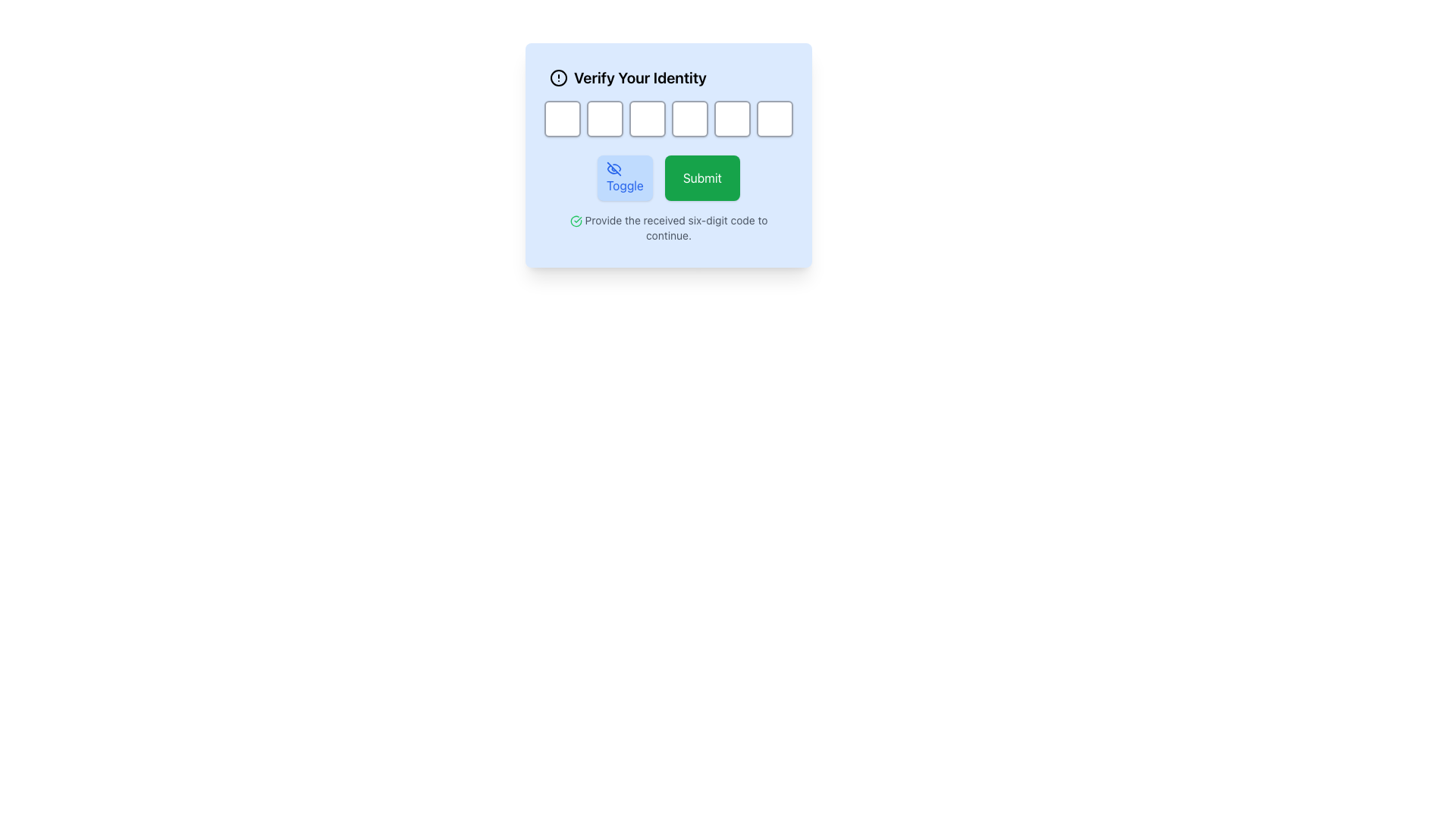 The image size is (1456, 819). I want to click on the alert icon, which is a circular icon with a vertical exclamation mark, located to the left of the 'Verify Your Identity' text in the header section, so click(558, 78).